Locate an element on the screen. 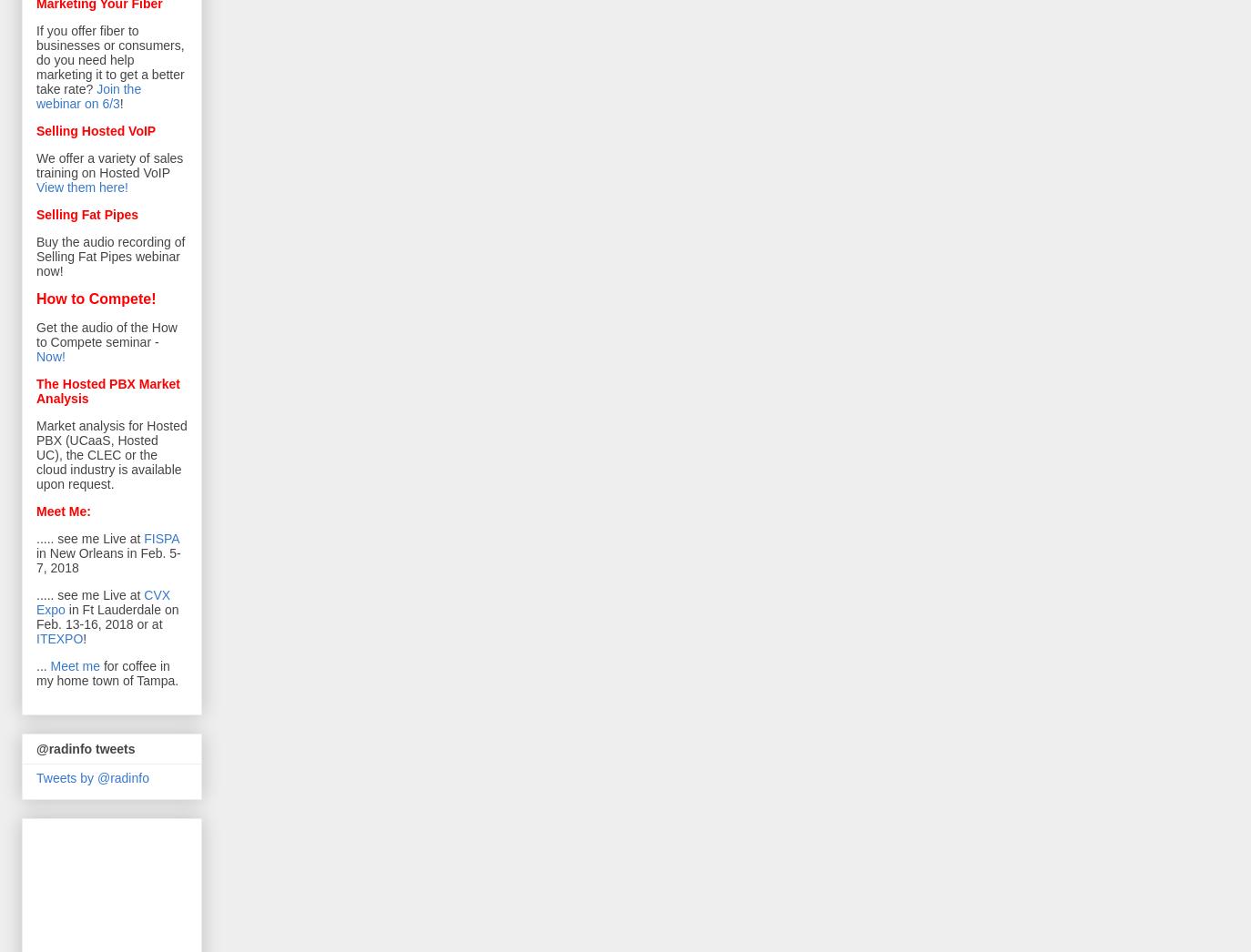 The width and height of the screenshot is (1251, 952). 'Selling Fat Pipes' is located at coordinates (35, 213).